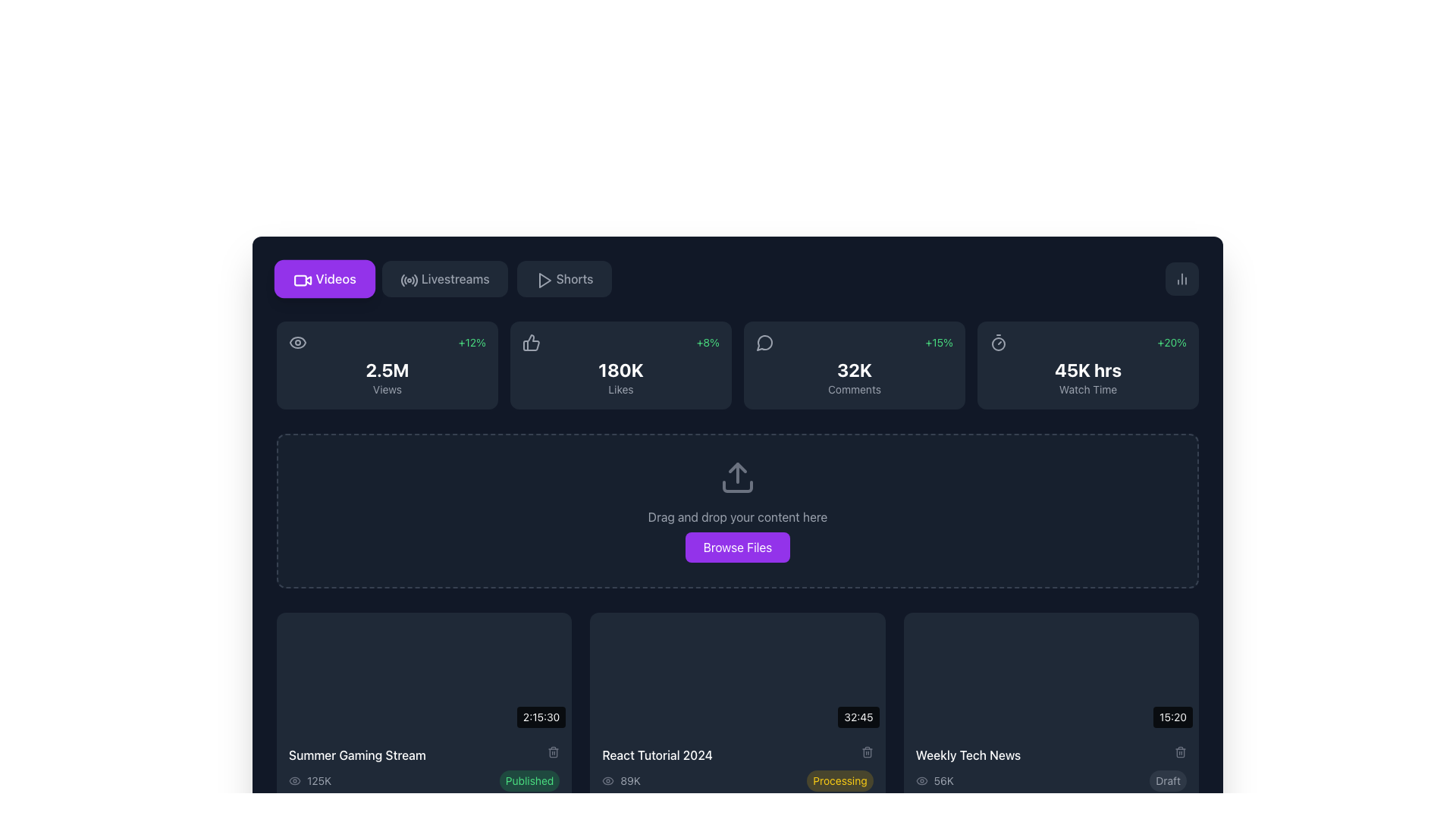 The width and height of the screenshot is (1456, 819). Describe the element at coordinates (294, 780) in the screenshot. I see `the eye icon graphic component within the SVG, which serves as a visual indicator for view-related statistics or settings` at that location.